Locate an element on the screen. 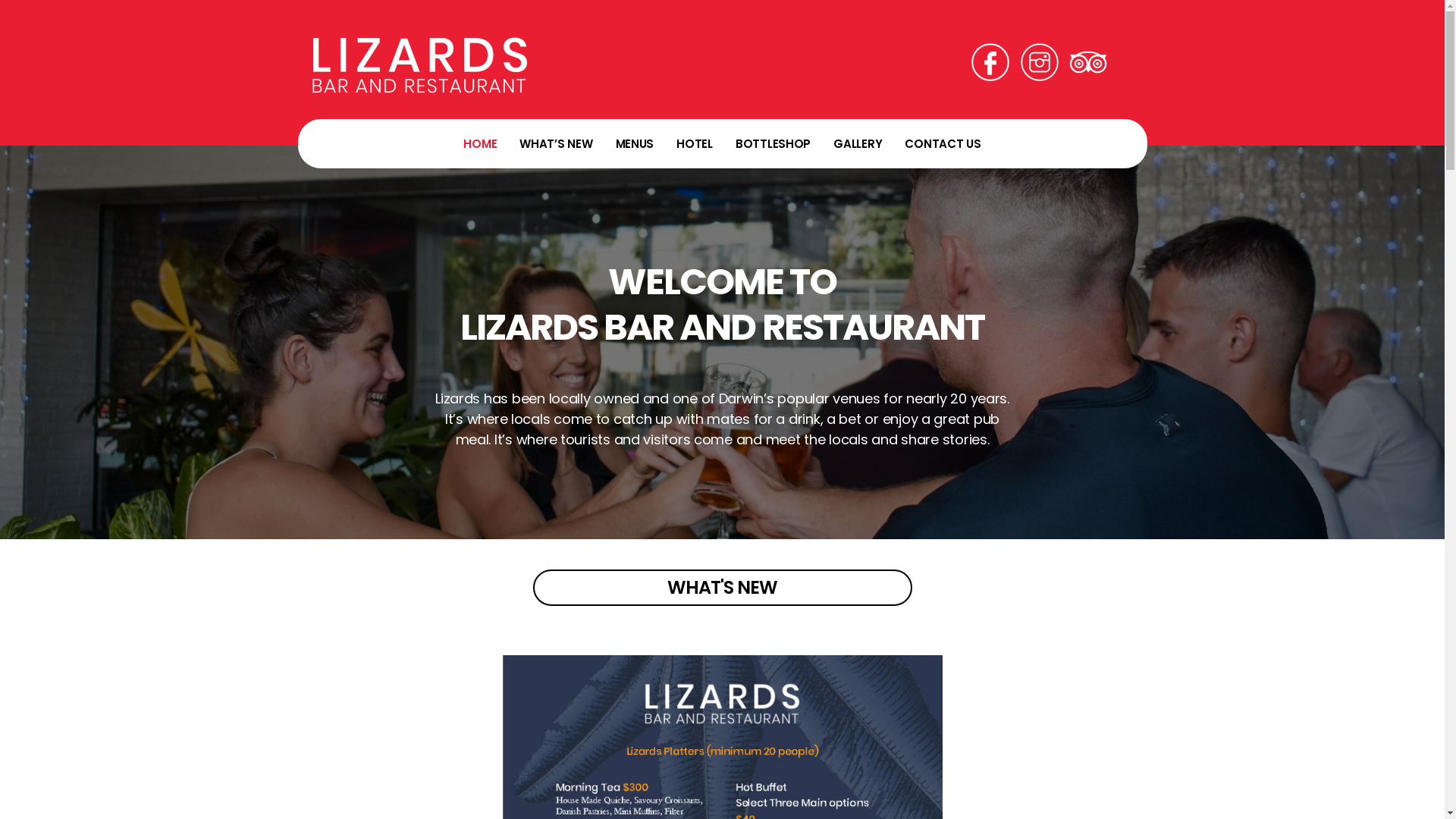  'CONTACT US' is located at coordinates (942, 143).